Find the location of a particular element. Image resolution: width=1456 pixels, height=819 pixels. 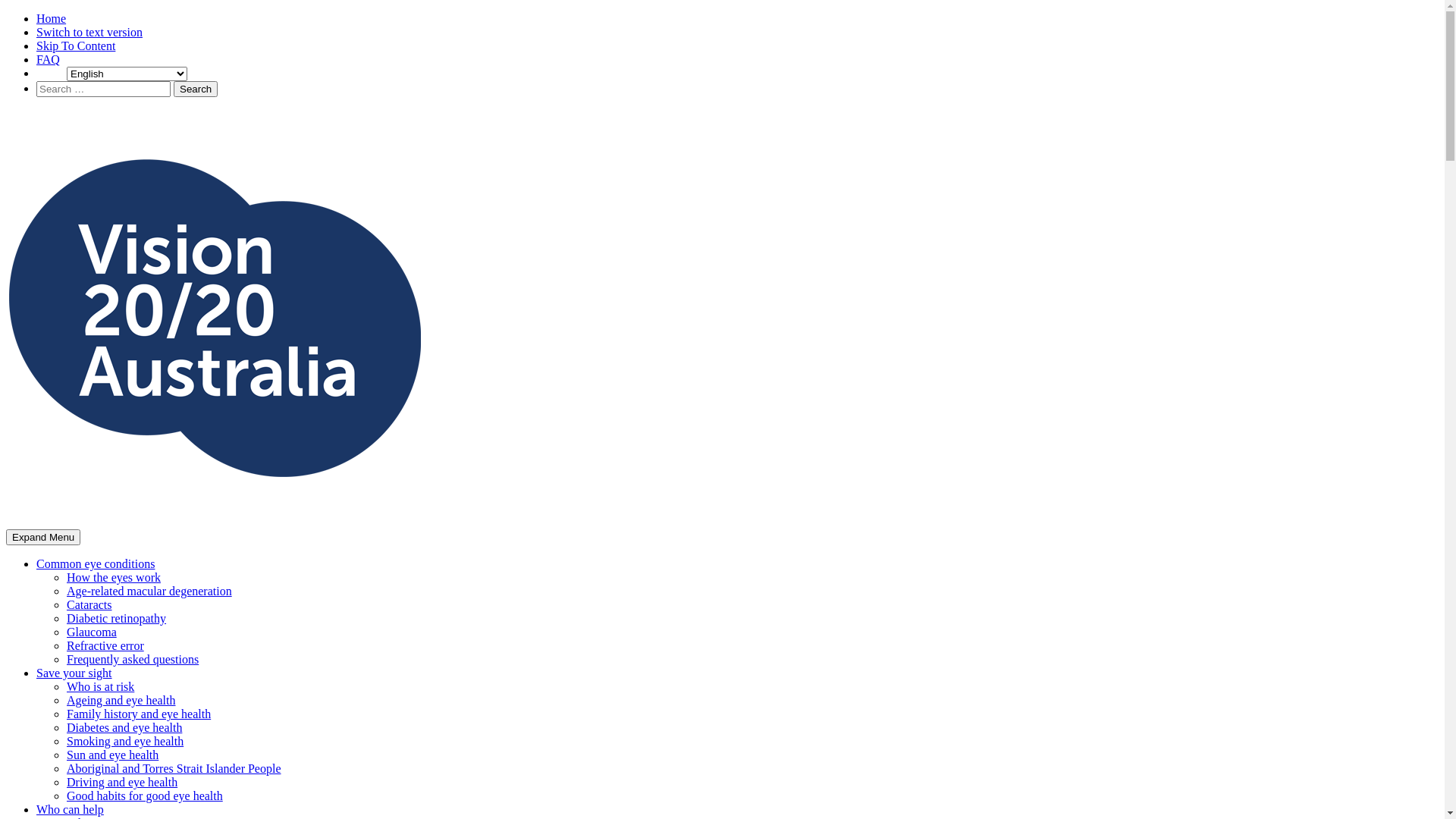

'Driving and eye health' is located at coordinates (122, 782).